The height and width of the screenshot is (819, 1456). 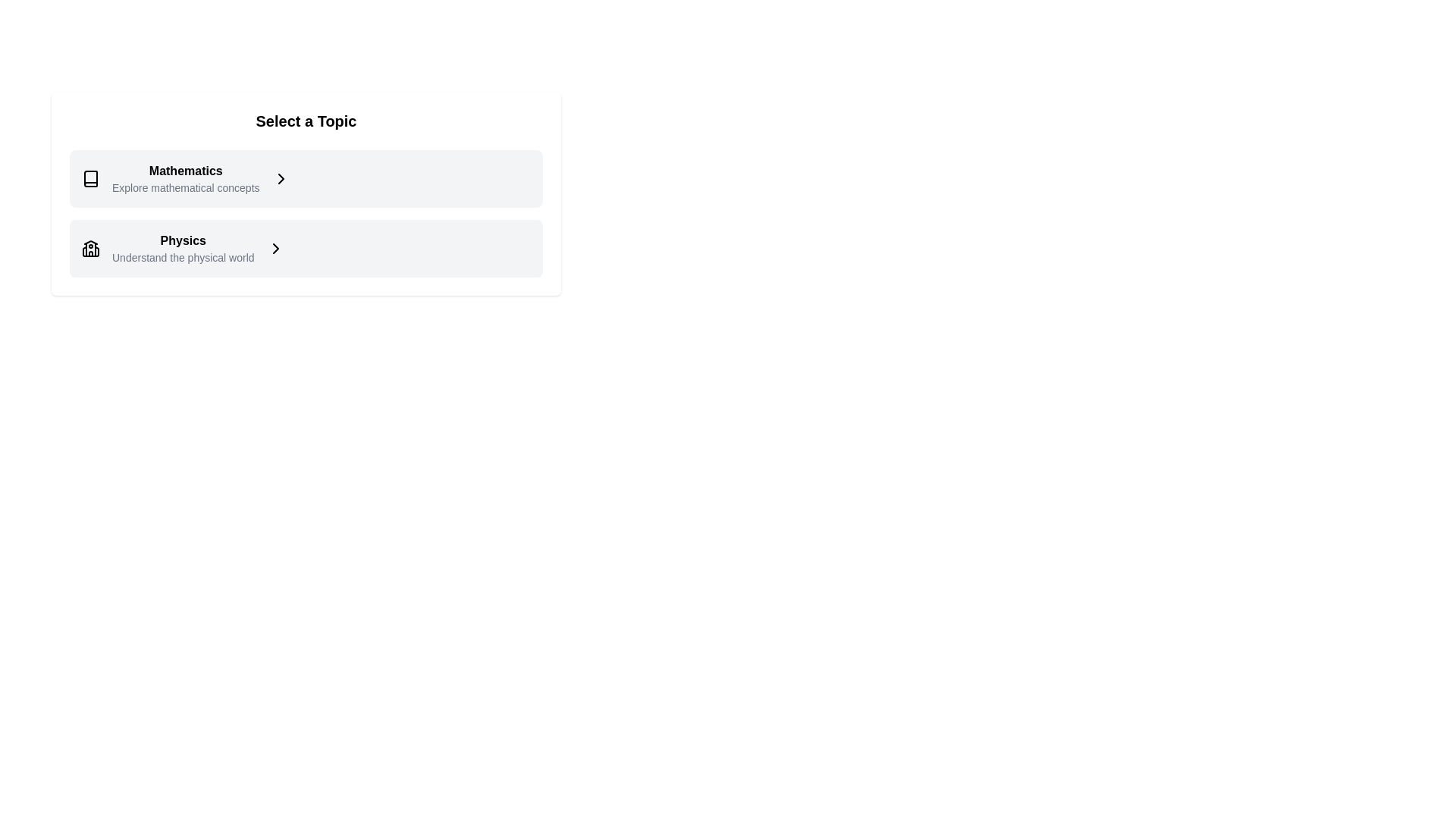 What do you see at coordinates (185, 187) in the screenshot?
I see `the Text Label that provides additional information for the 'Mathematics' topic, located directly underneath the bolded text 'Mathematics'` at bounding box center [185, 187].